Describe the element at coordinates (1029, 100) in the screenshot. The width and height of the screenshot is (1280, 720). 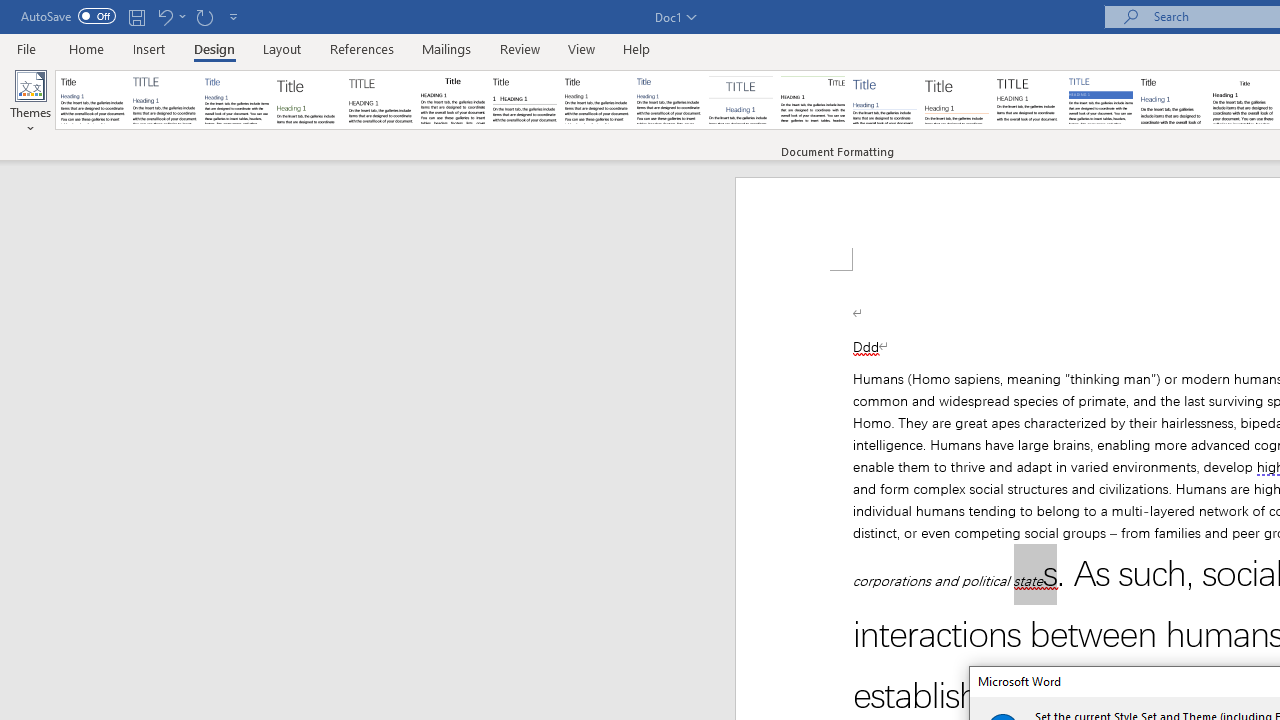
I see `'Minimalist'` at that location.